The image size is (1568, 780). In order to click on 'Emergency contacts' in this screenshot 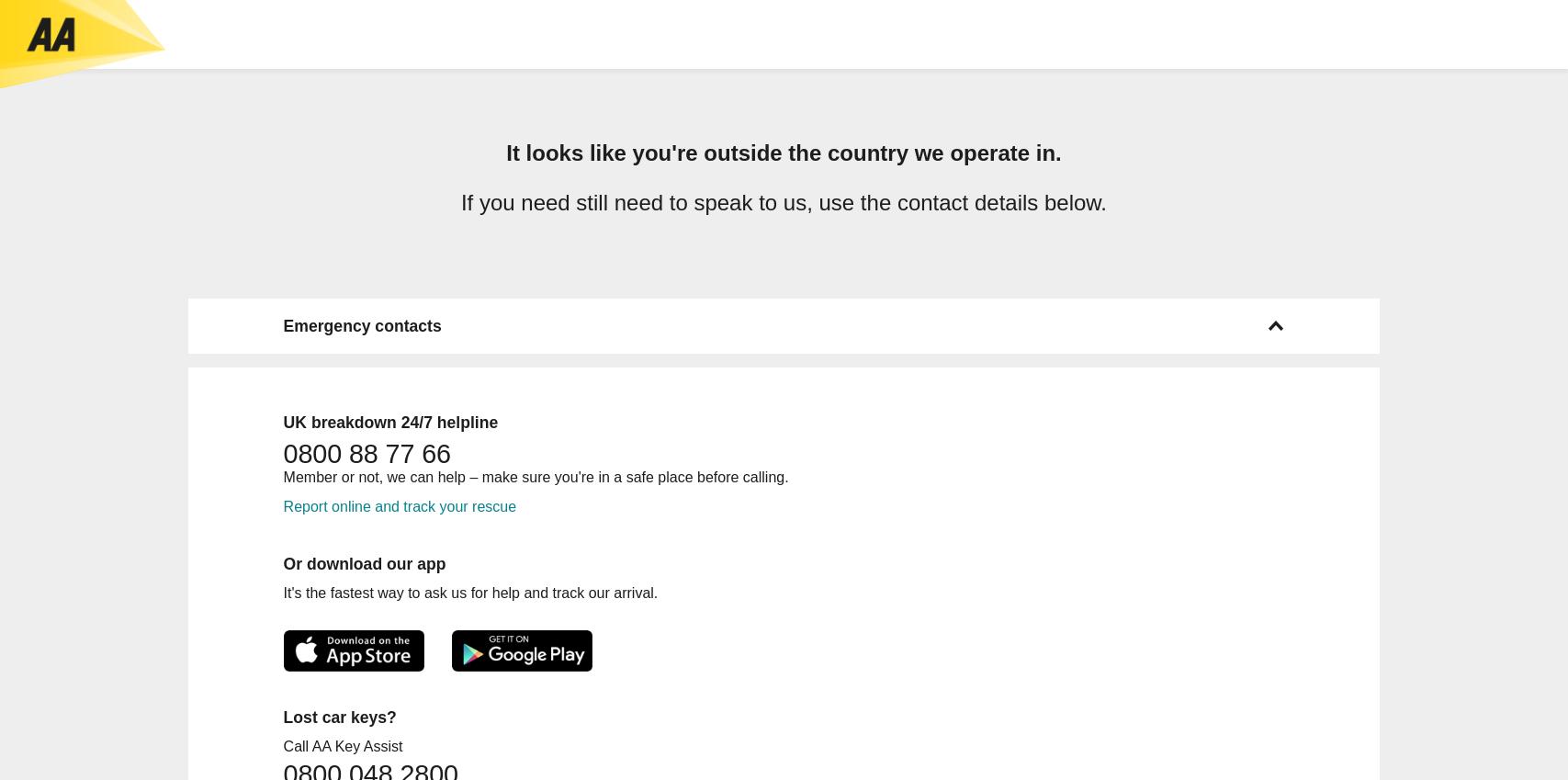, I will do `click(361, 325)`.